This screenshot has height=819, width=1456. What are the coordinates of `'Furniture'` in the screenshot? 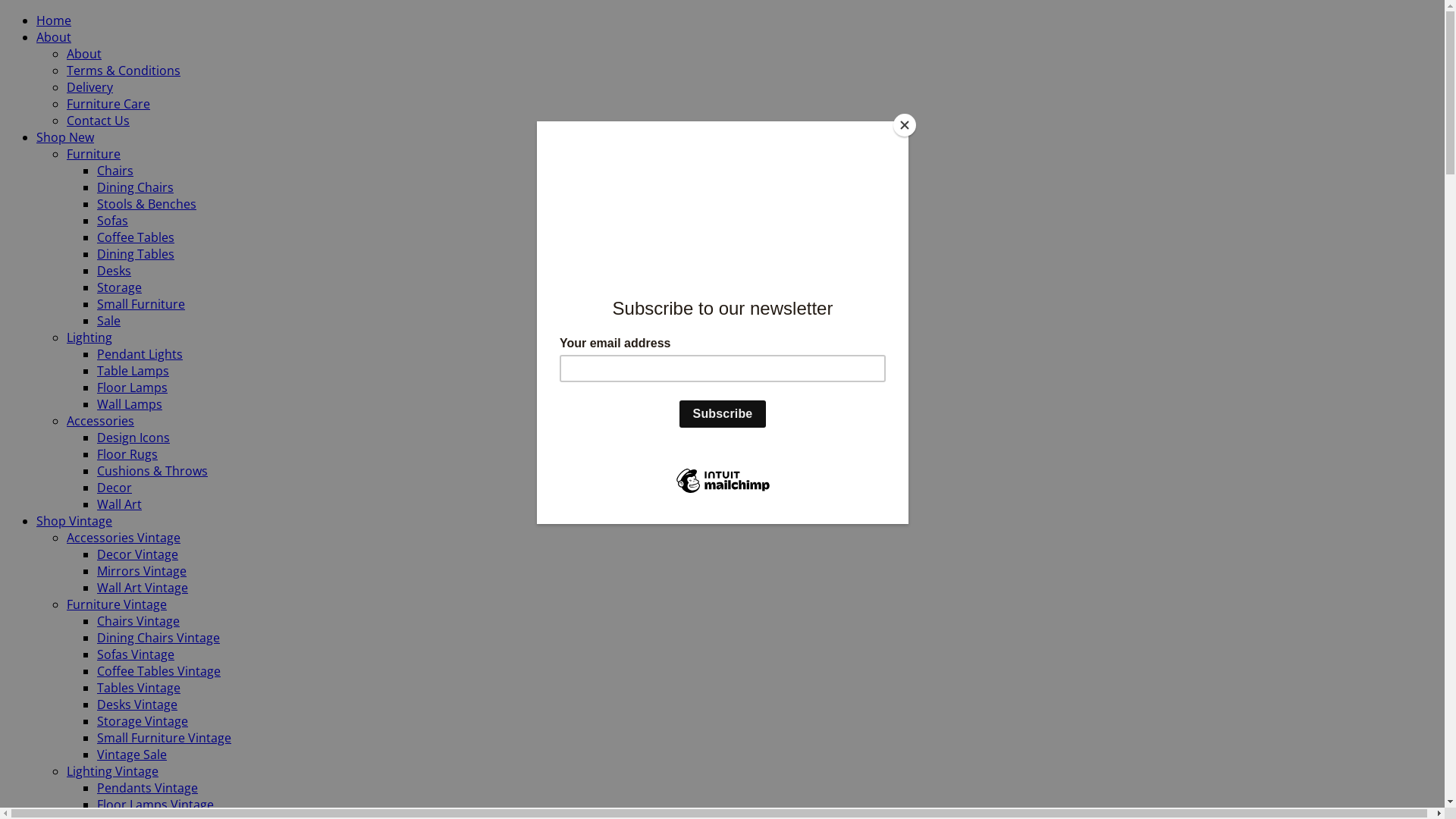 It's located at (65, 154).